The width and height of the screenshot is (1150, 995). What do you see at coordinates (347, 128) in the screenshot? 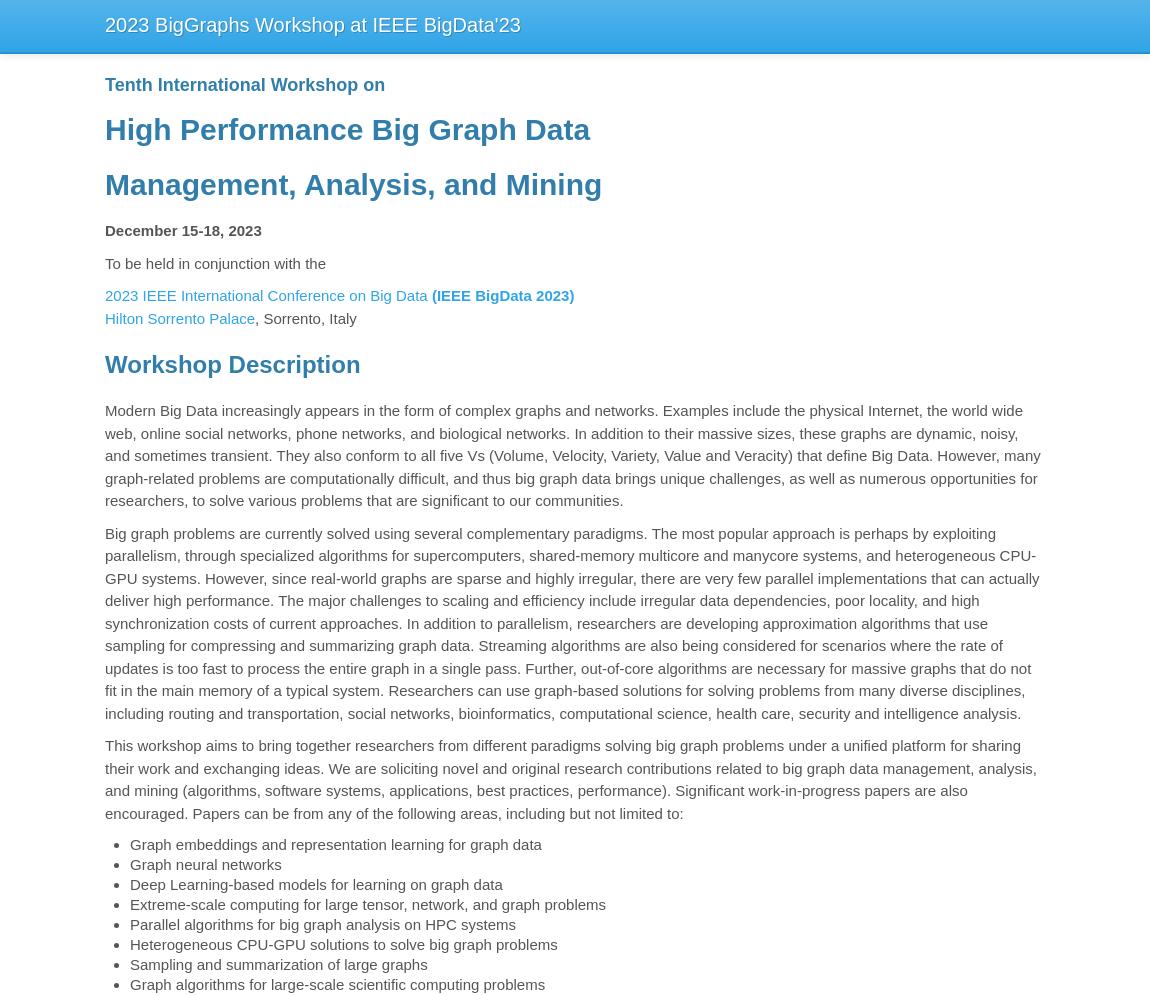
I see `'High Performance Big Graph Data'` at bounding box center [347, 128].